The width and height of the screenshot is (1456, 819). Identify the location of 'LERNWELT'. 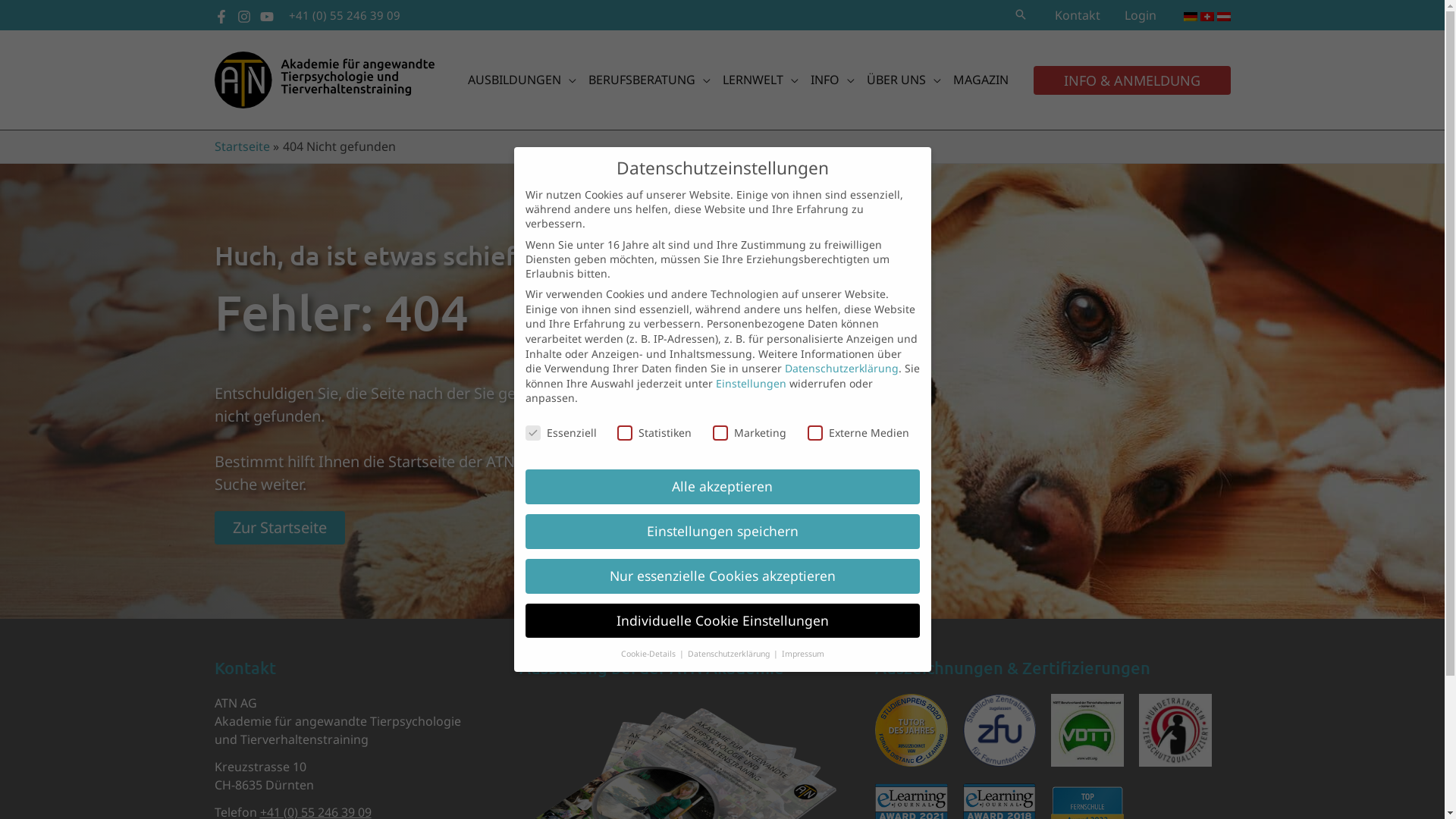
(715, 80).